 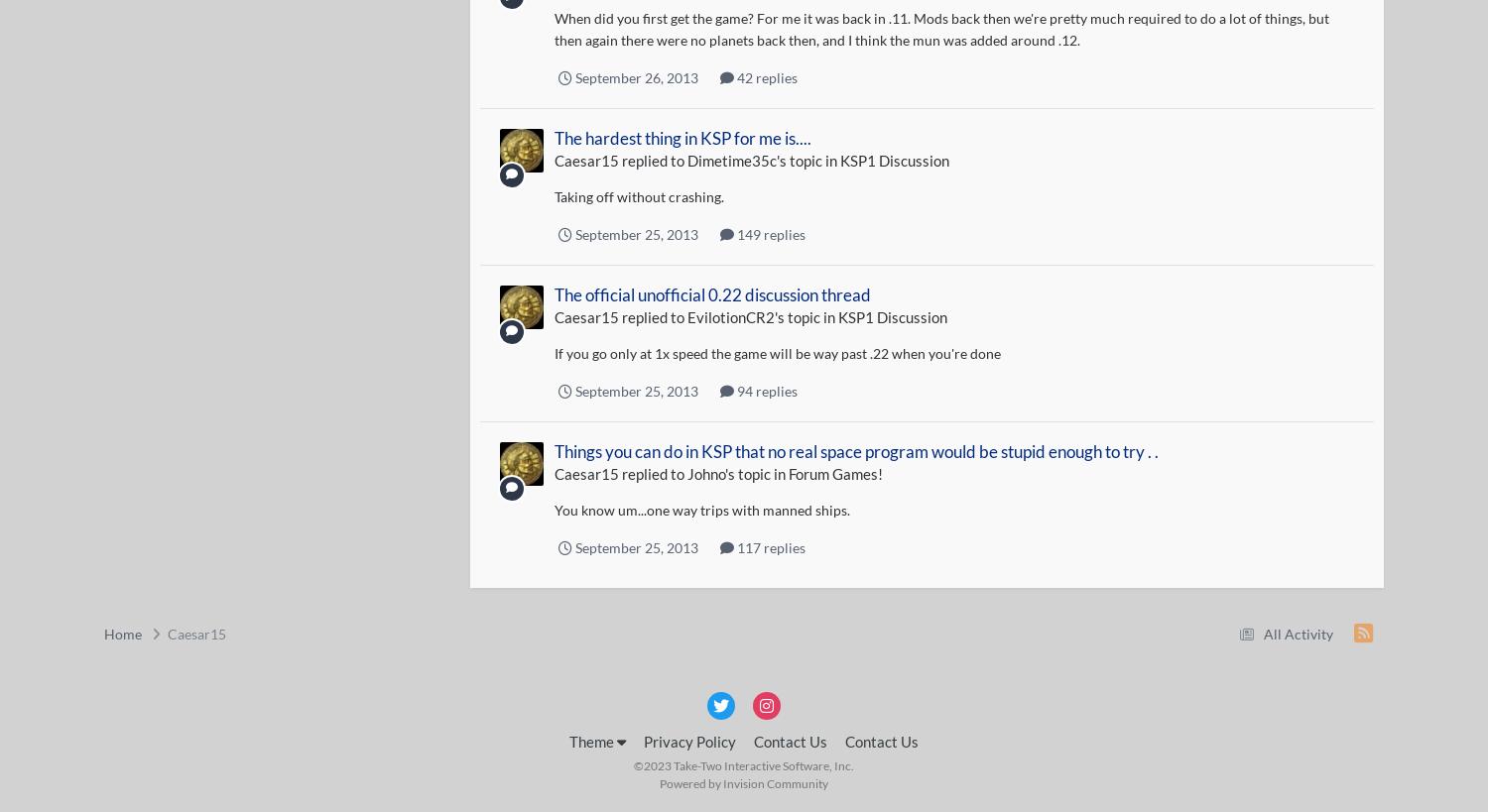 What do you see at coordinates (124, 632) in the screenshot?
I see `'Home'` at bounding box center [124, 632].